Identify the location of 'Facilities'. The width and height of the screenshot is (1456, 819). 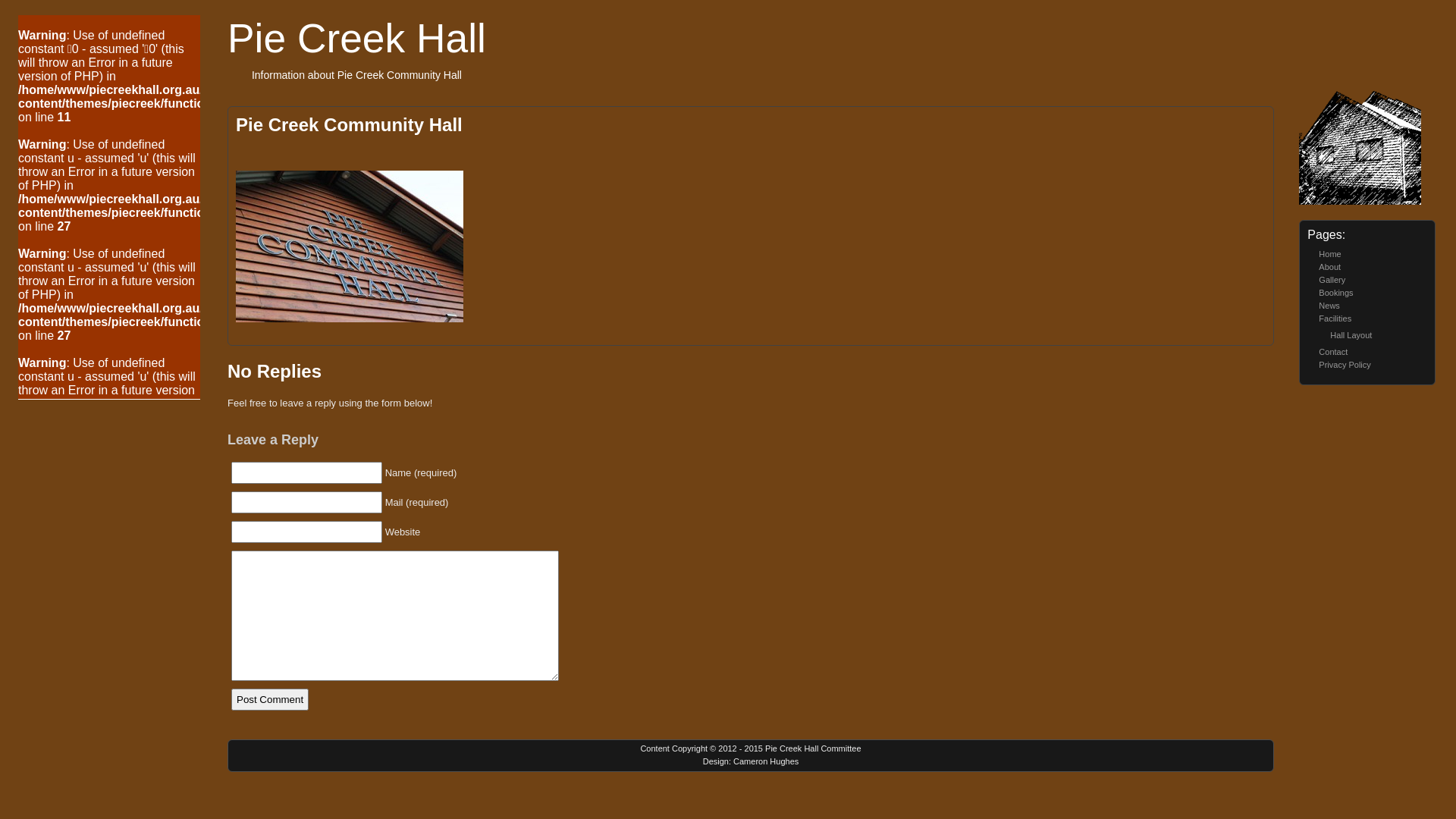
(1335, 318).